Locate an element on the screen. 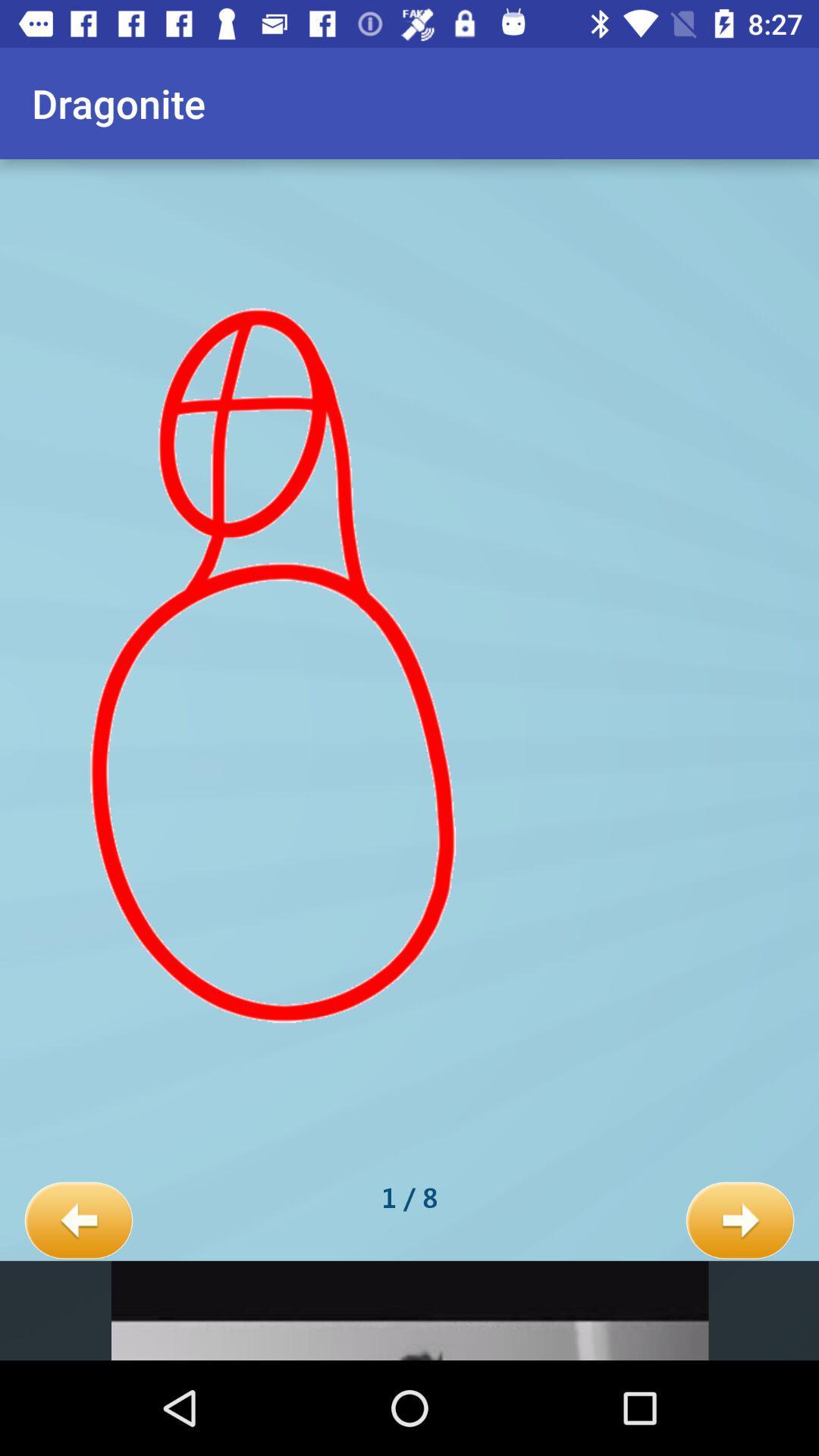 This screenshot has height=1456, width=819. the icon below dragonite item is located at coordinates (78, 1221).